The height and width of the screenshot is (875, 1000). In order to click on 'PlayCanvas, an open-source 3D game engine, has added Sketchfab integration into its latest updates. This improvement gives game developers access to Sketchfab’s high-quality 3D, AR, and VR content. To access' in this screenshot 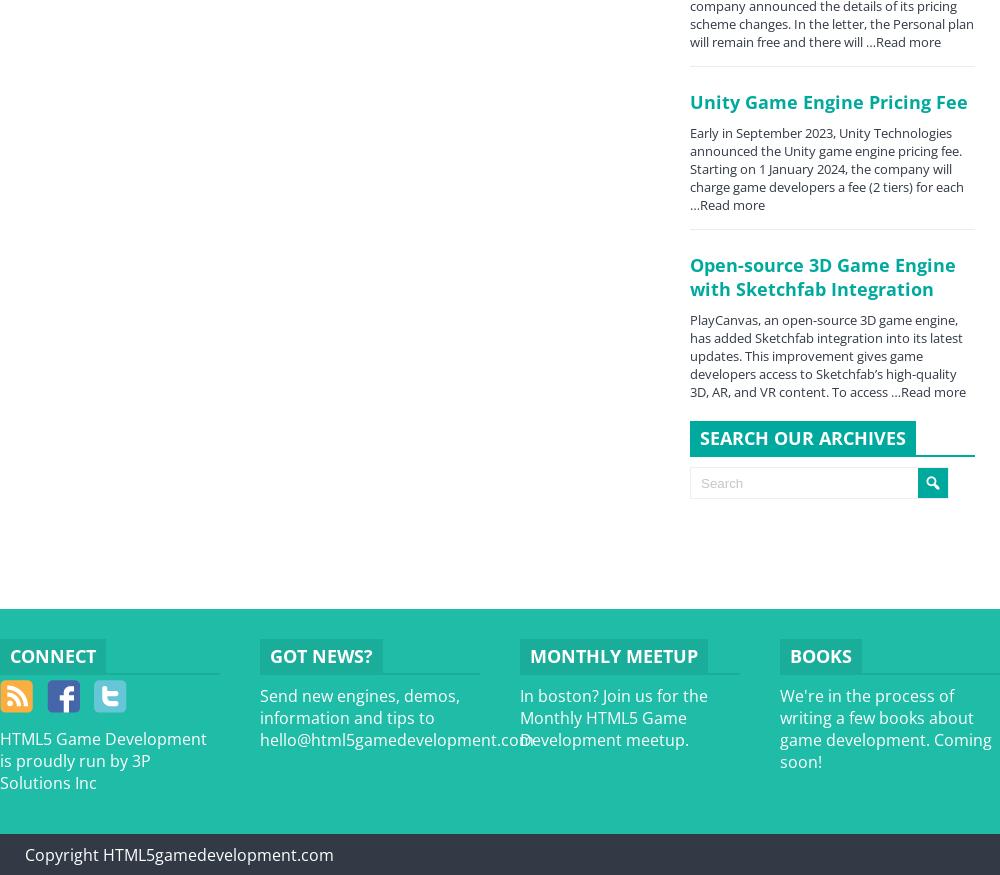, I will do `click(689, 356)`.